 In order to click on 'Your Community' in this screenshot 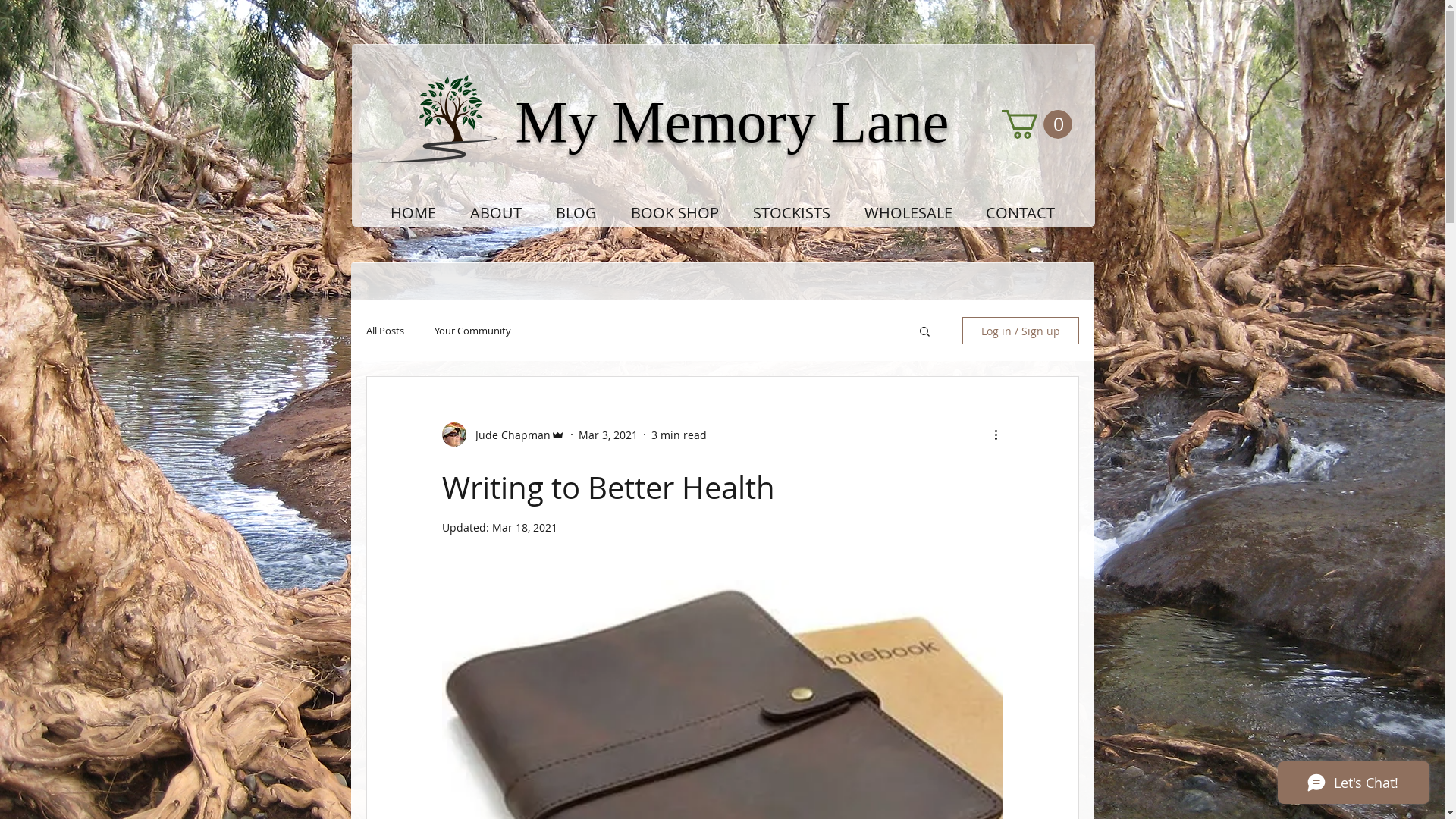, I will do `click(432, 329)`.